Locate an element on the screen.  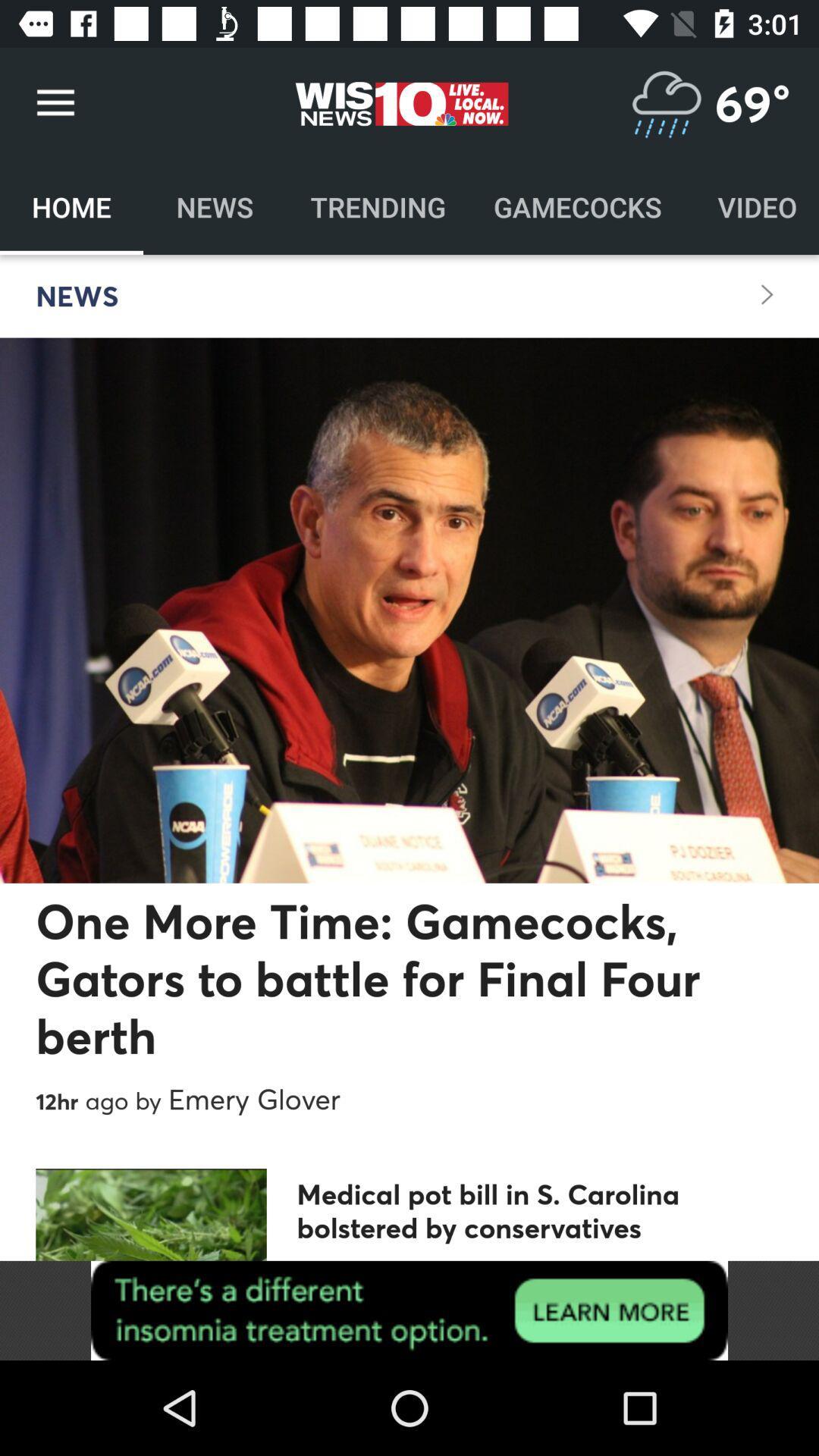
the icon which is before 69 degree is located at coordinates (666, 102).